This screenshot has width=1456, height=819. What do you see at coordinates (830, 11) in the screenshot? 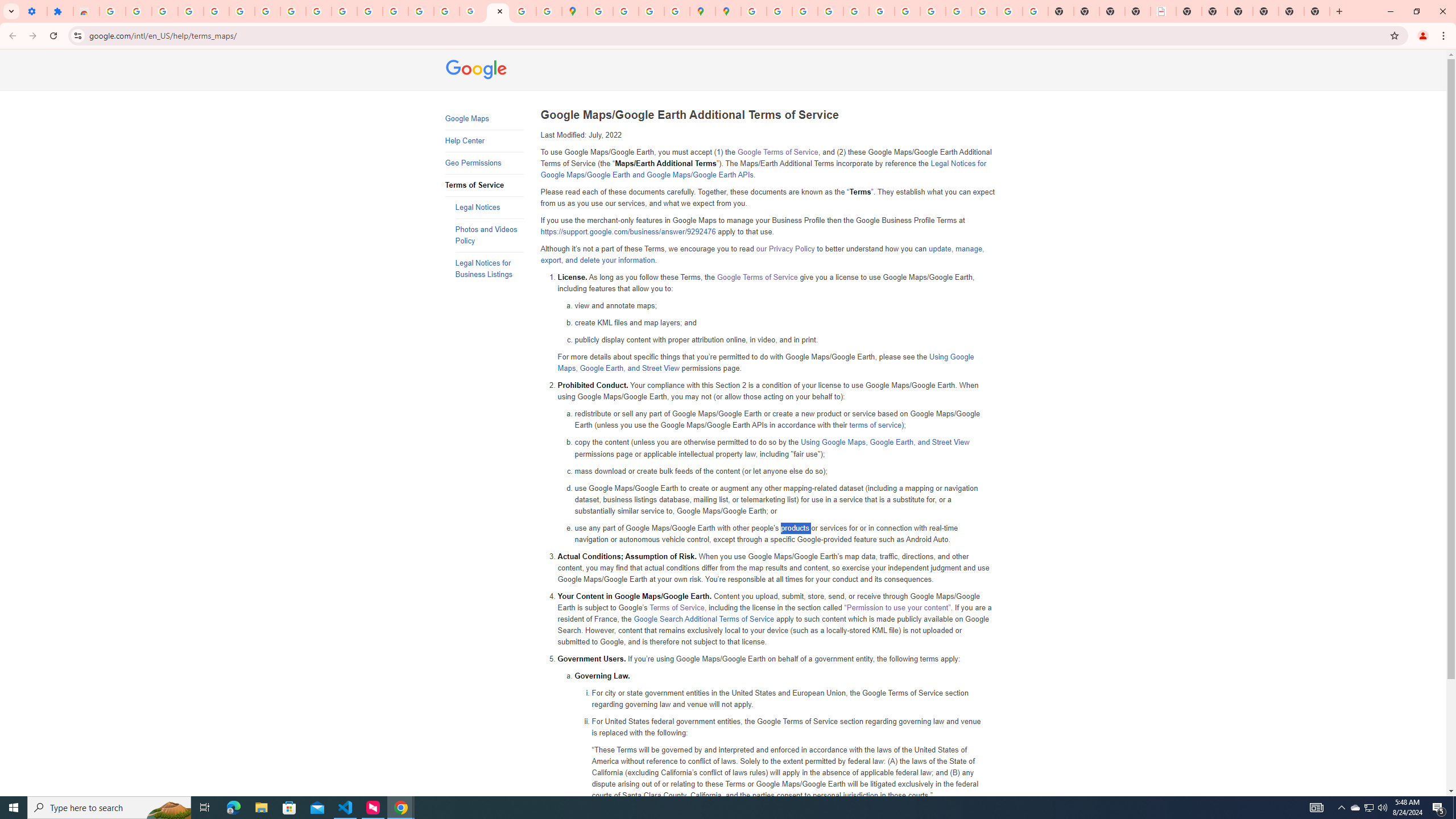
I see `'Privacy Help Center - Policies Help'` at bounding box center [830, 11].